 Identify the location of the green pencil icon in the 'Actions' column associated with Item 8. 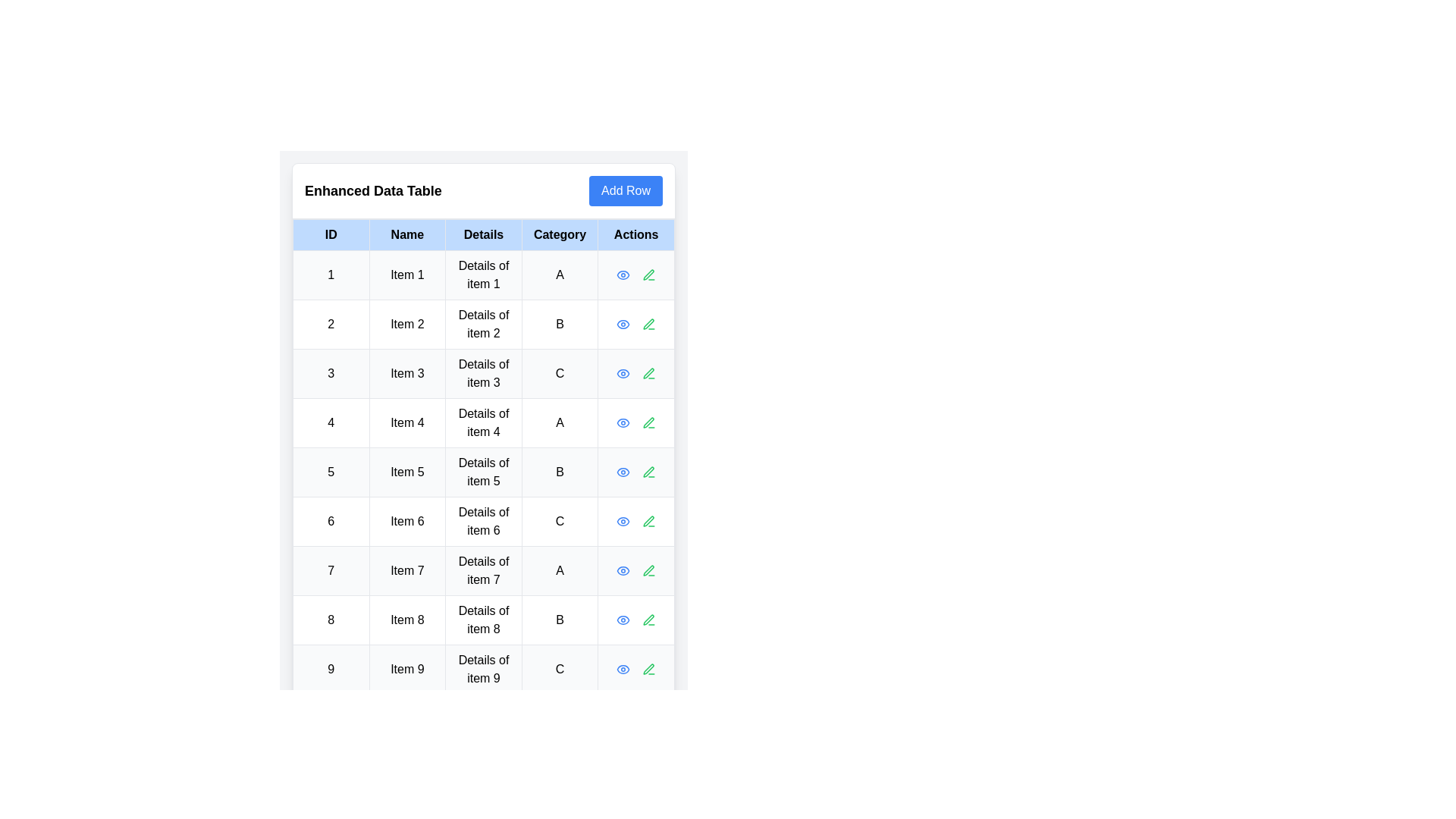
(649, 620).